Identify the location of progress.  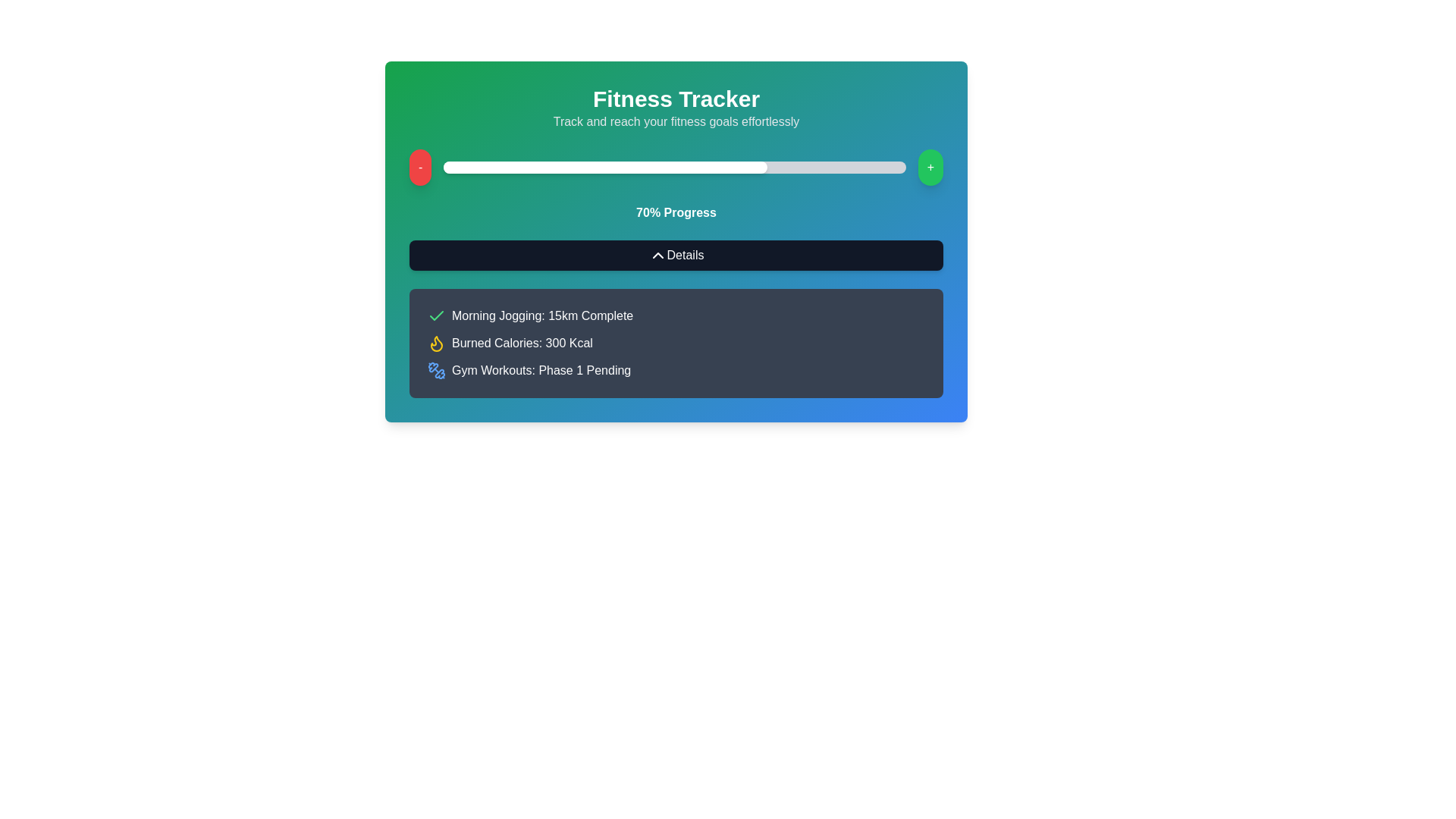
(887, 167).